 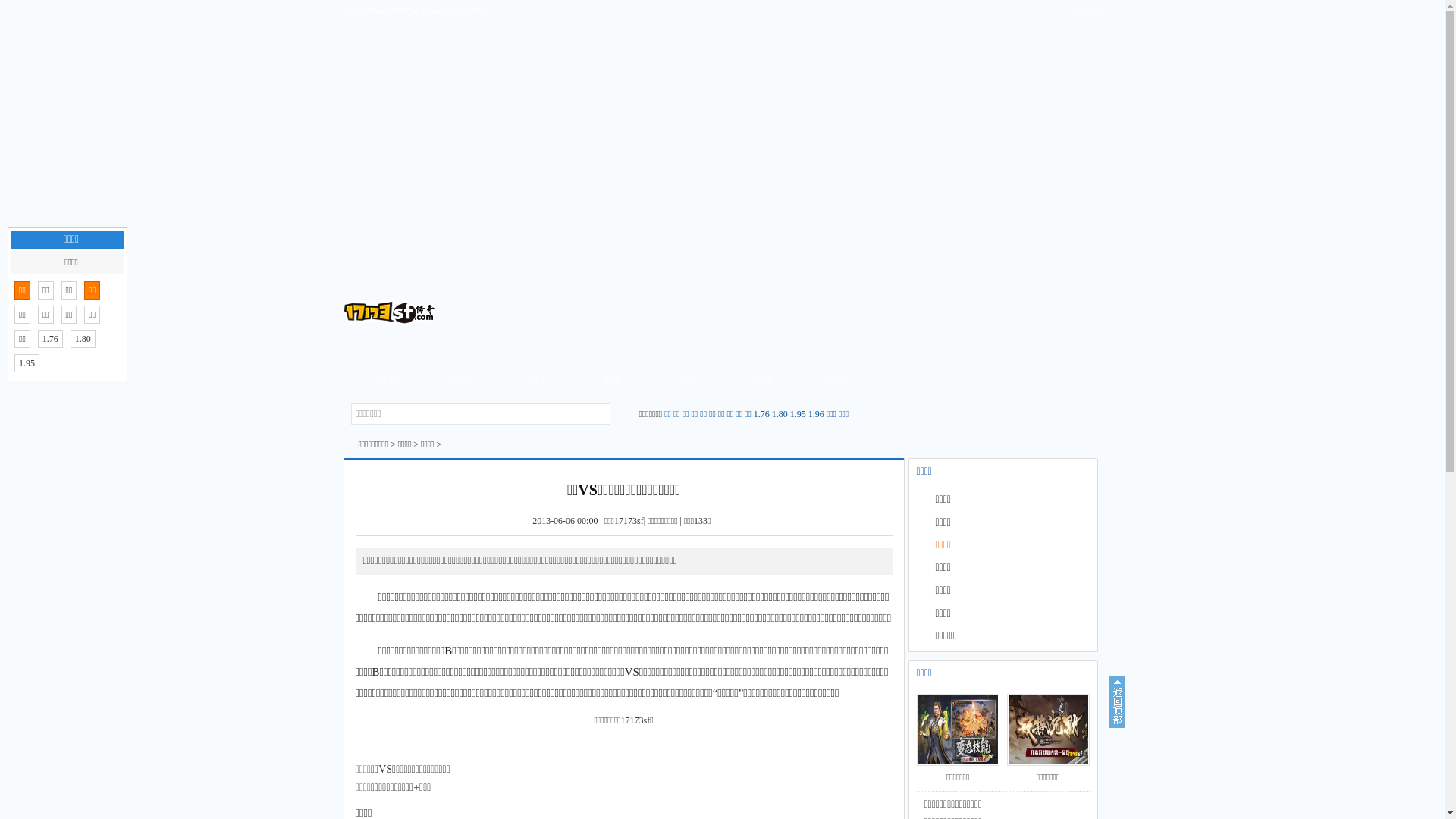 I want to click on '1.95', so click(x=797, y=414).